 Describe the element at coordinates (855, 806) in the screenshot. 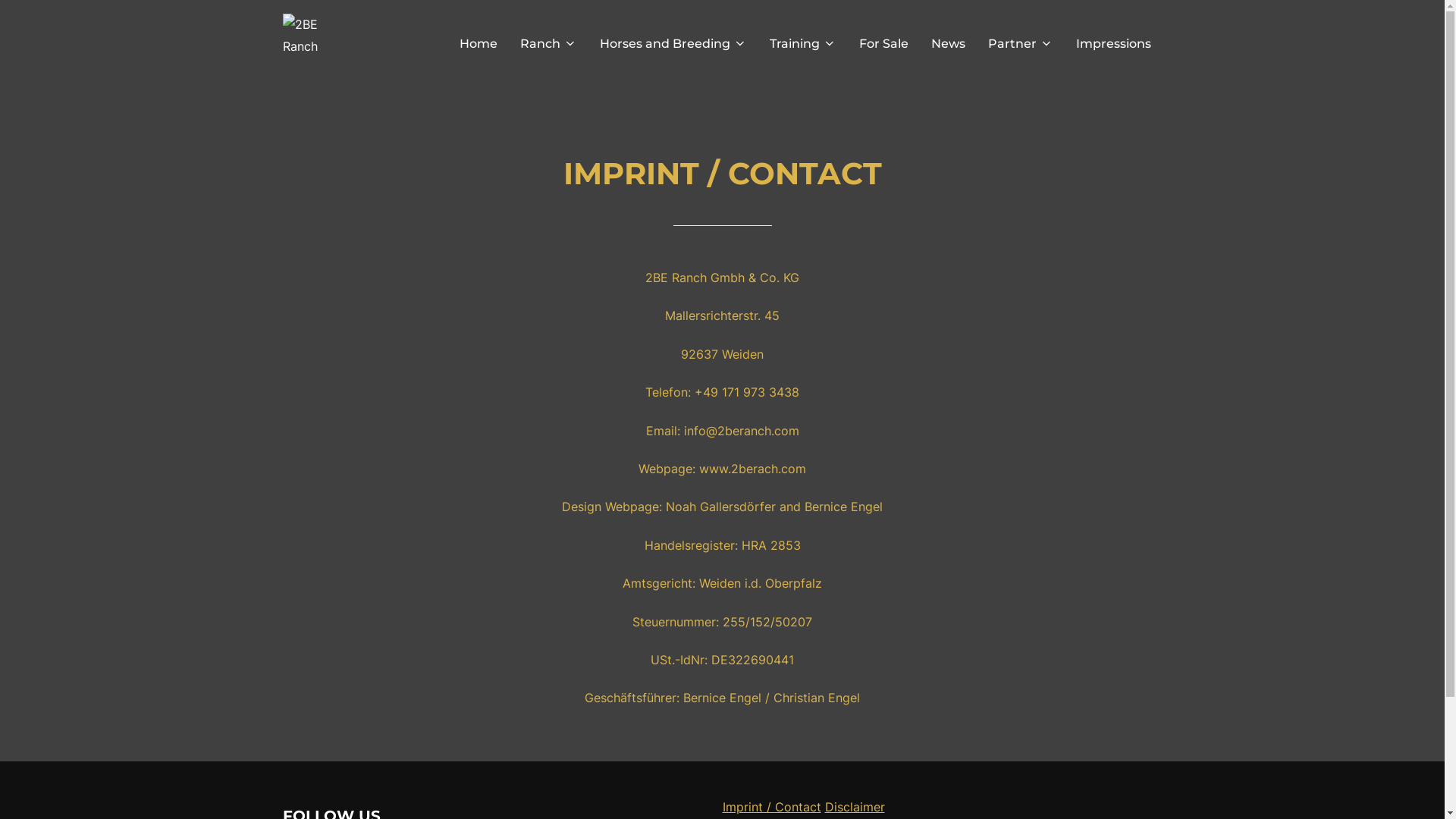

I see `'Disclaimer'` at that location.